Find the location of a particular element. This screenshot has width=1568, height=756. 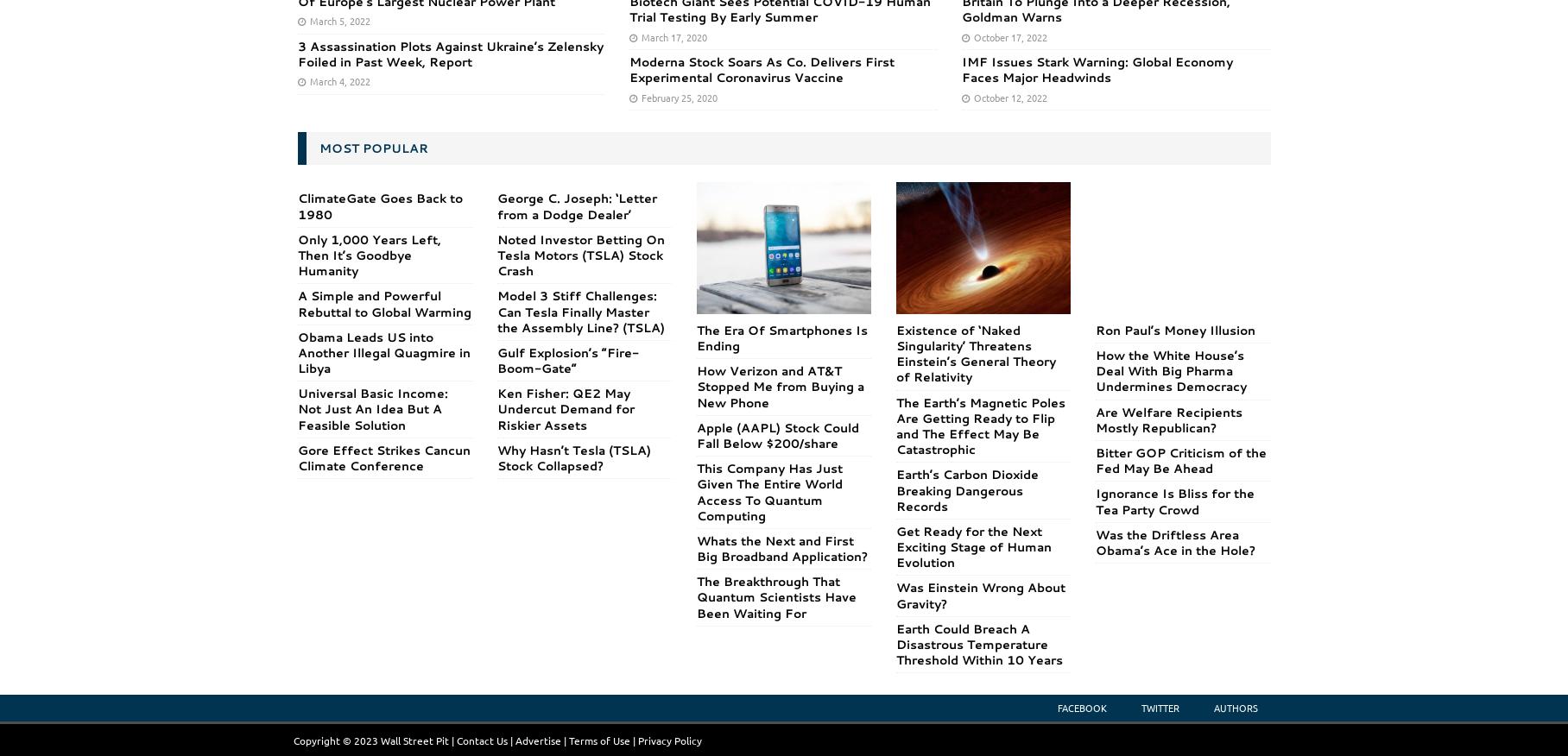

'October 12, 2022' is located at coordinates (1009, 96).